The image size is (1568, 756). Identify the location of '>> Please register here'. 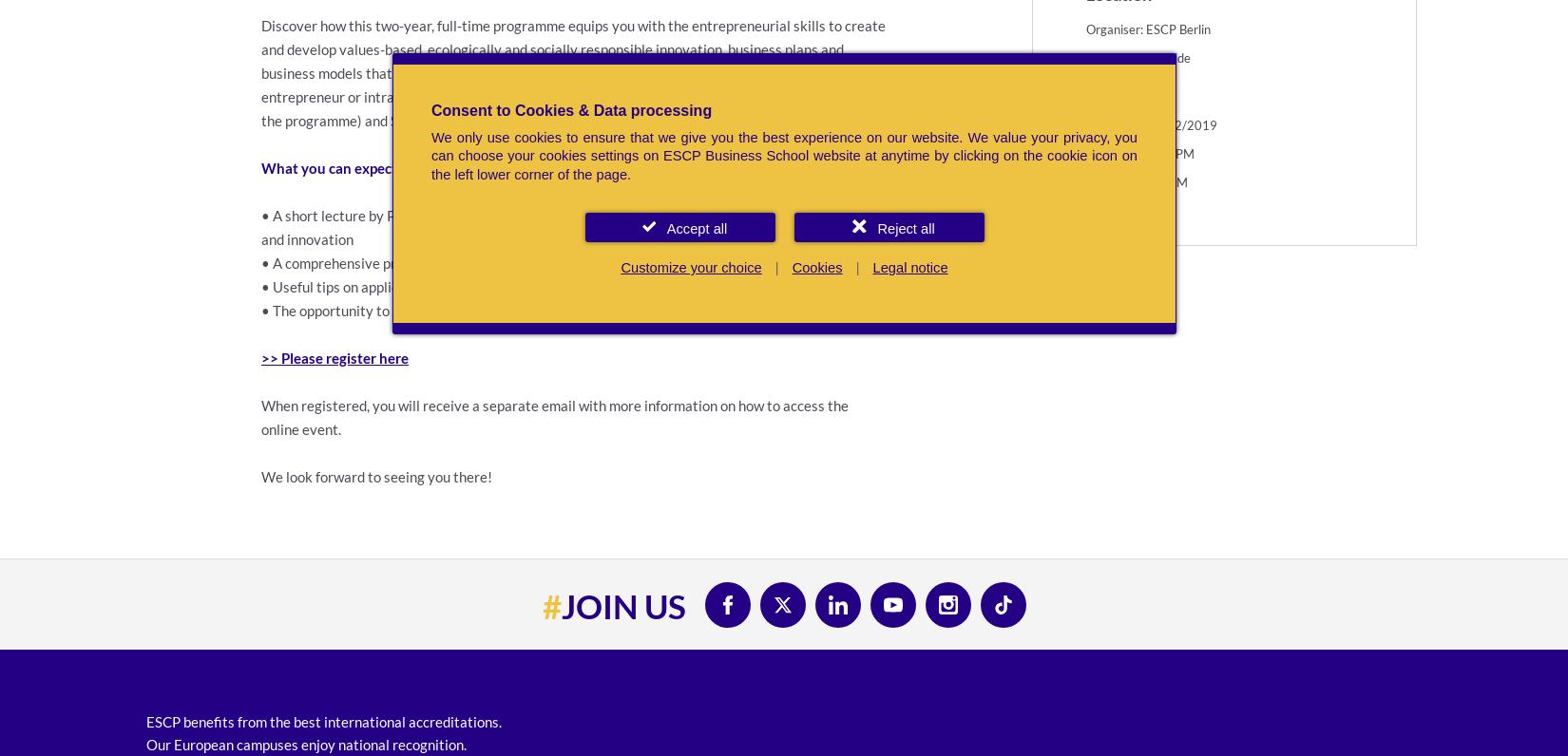
(335, 357).